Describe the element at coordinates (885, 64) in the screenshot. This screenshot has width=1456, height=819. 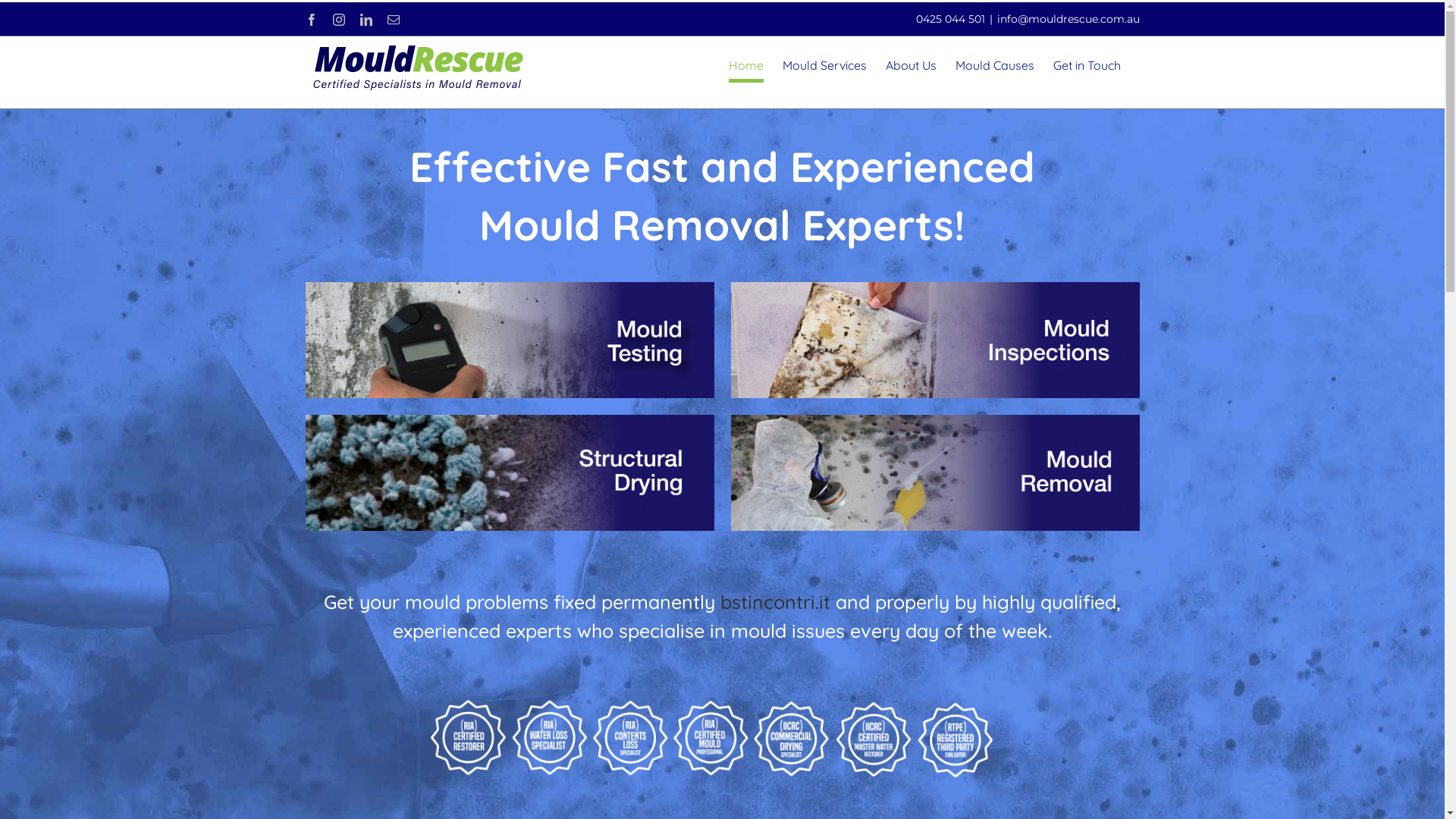
I see `'About Us'` at that location.